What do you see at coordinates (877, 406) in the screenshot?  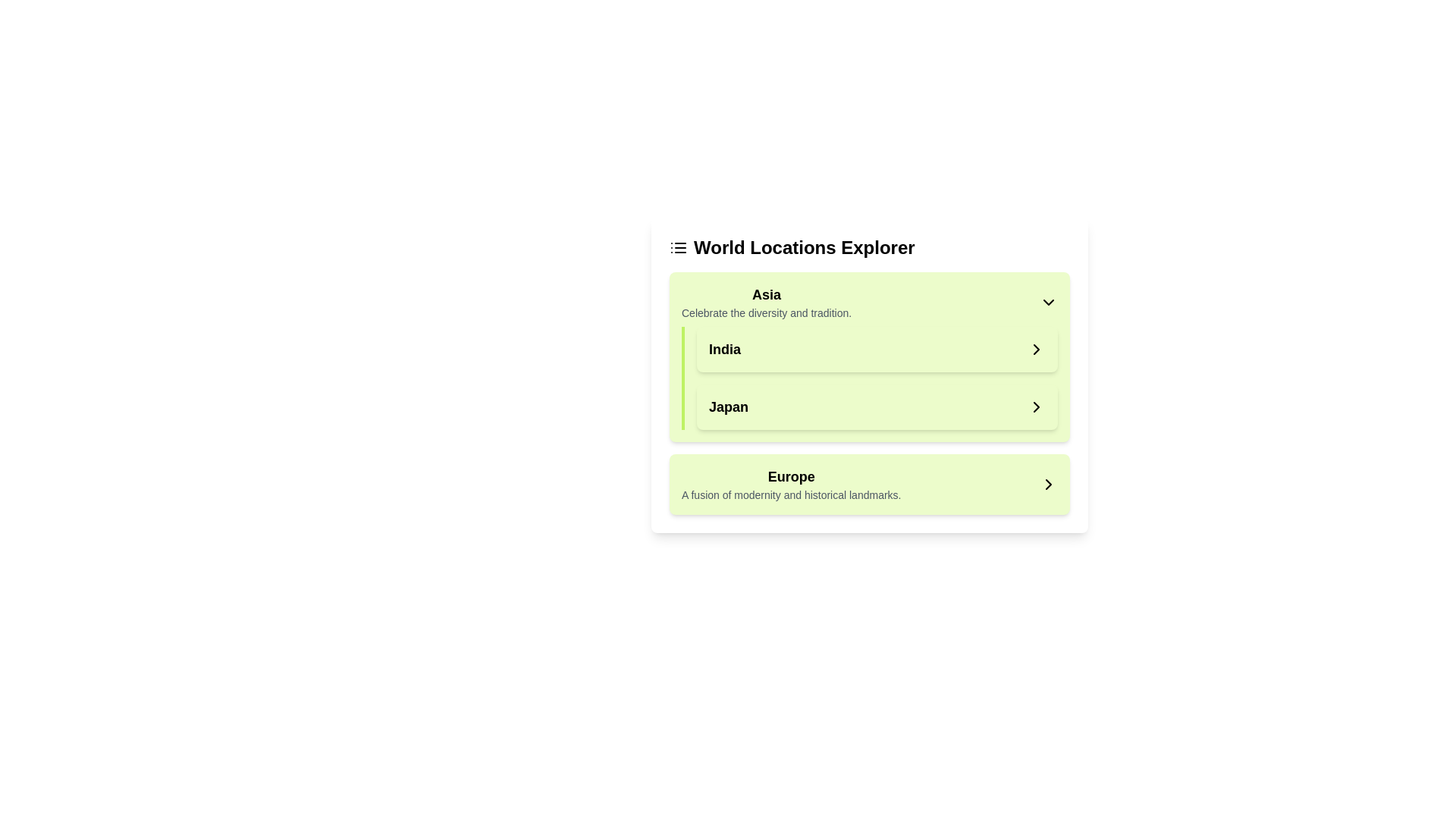 I see `the 'Japan' selectable item located under the 'Asia' group in the 'World Locations Explorer' interface` at bounding box center [877, 406].